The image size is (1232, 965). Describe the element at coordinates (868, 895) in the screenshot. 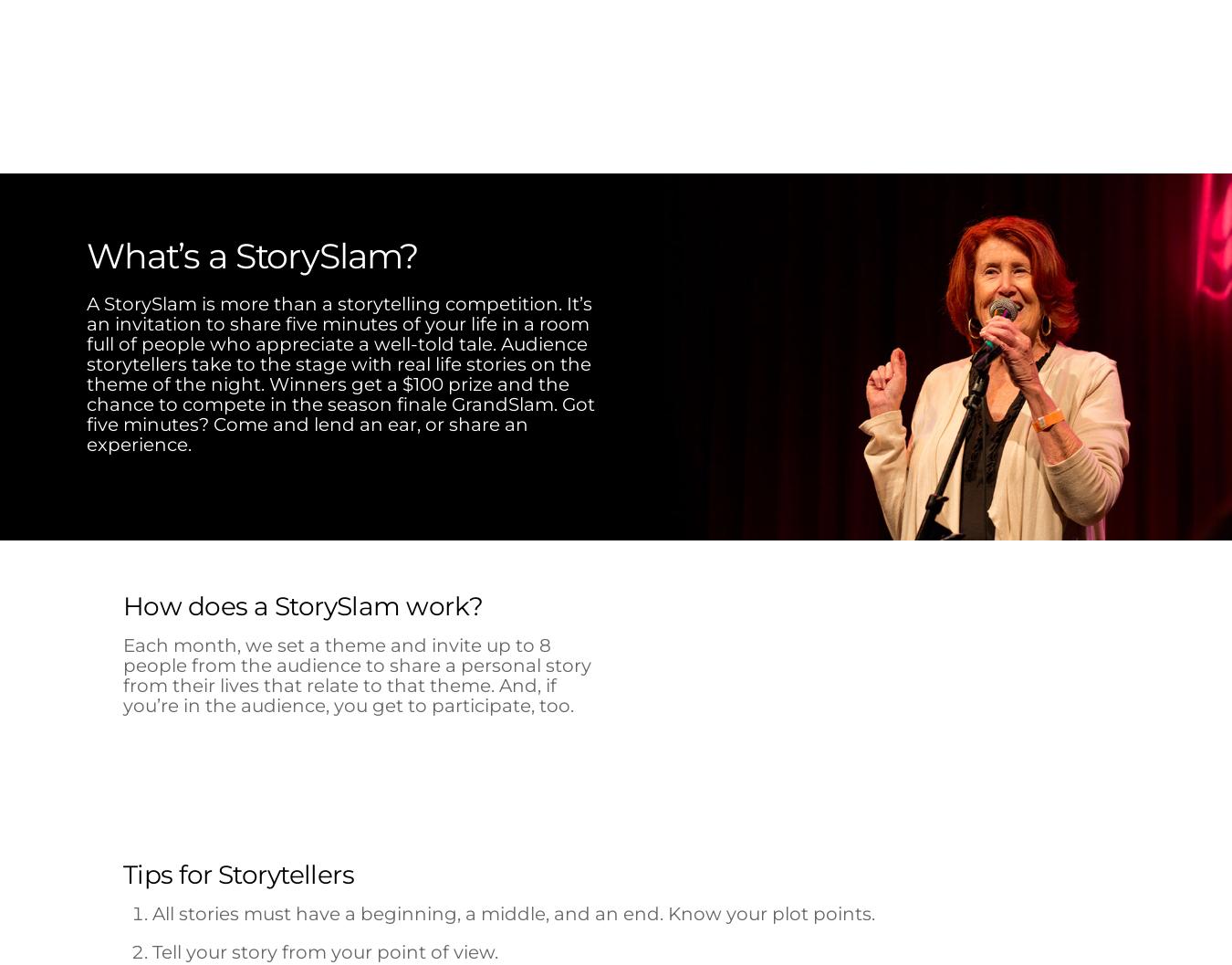

I see `'AUDIENCE FAVORITE'` at that location.